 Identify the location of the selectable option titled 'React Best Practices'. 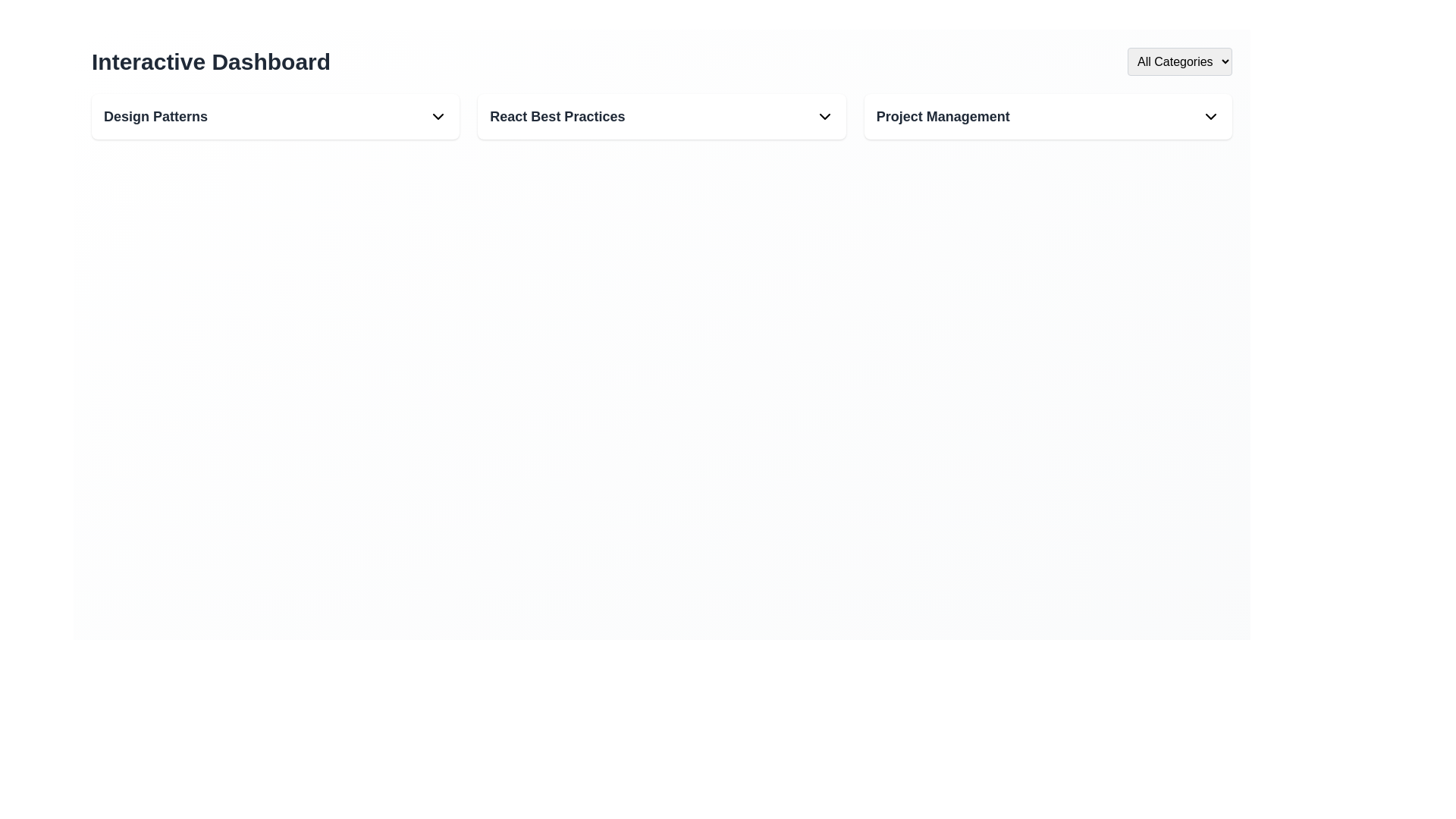
(662, 116).